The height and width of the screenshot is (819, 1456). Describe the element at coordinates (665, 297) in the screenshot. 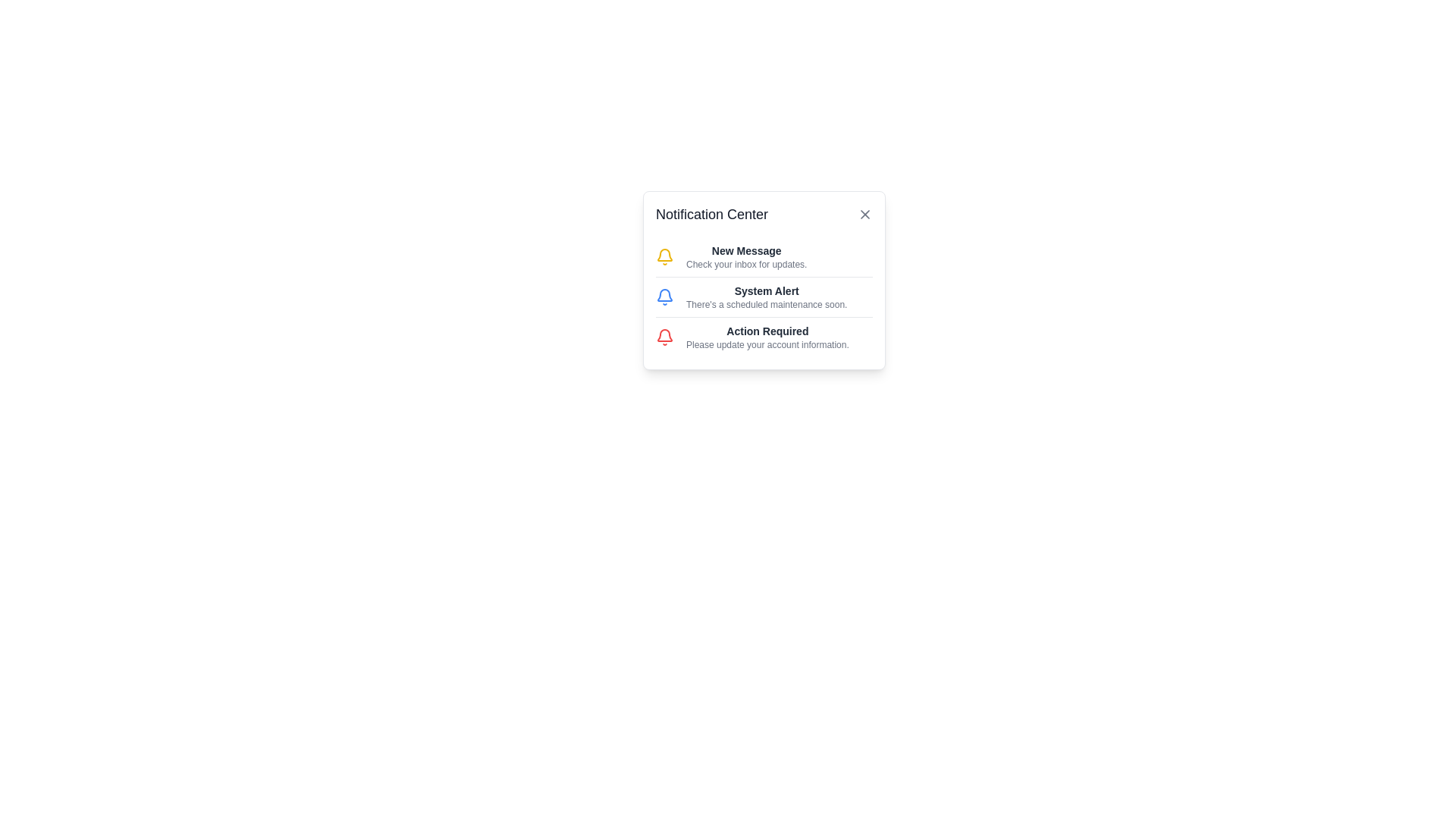

I see `the 'System Alert' icon located on the left side of the notification row, which highlights this specific notification type` at that location.